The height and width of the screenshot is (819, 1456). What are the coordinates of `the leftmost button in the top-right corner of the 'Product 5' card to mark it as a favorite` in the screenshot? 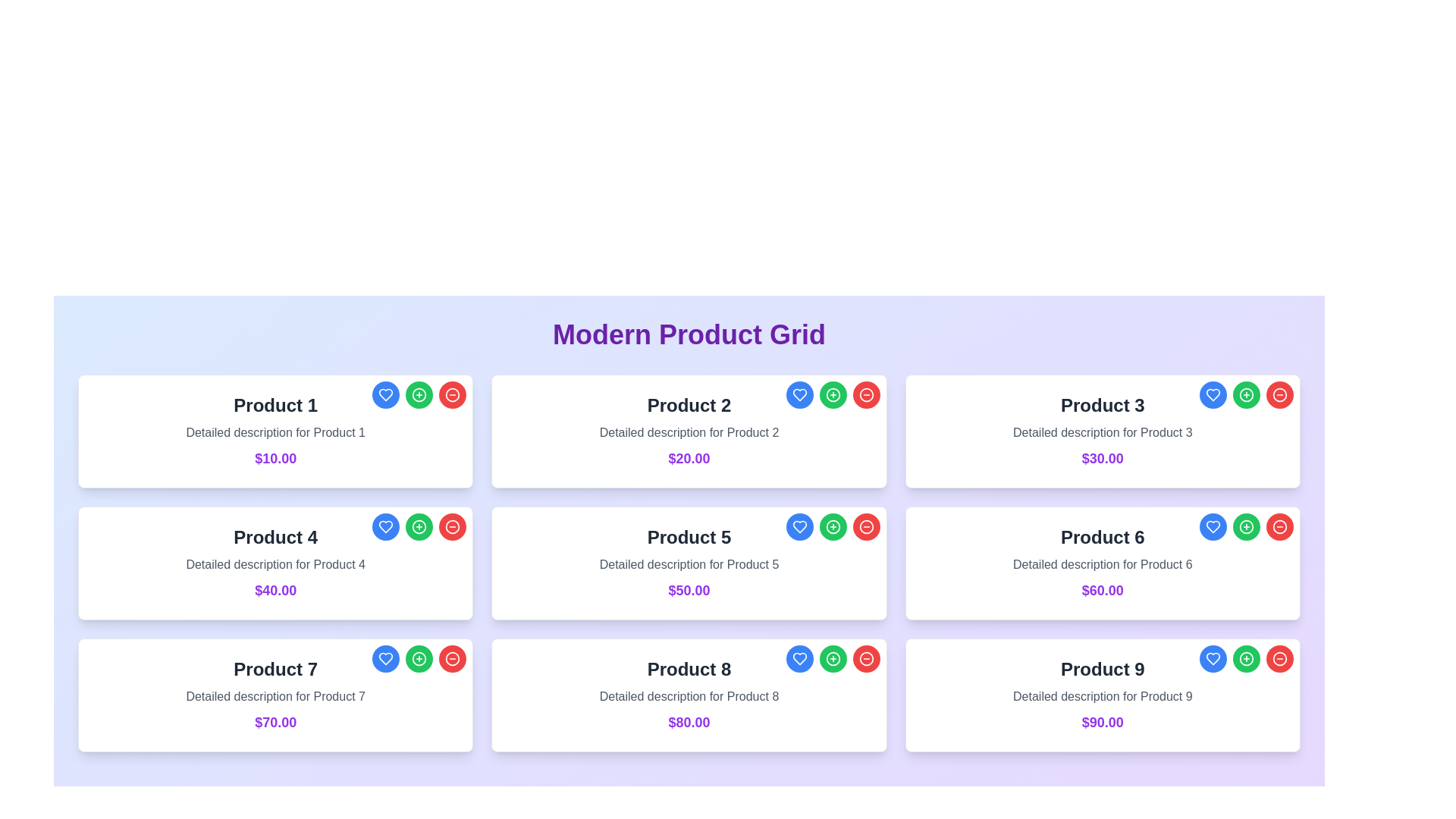 It's located at (799, 526).